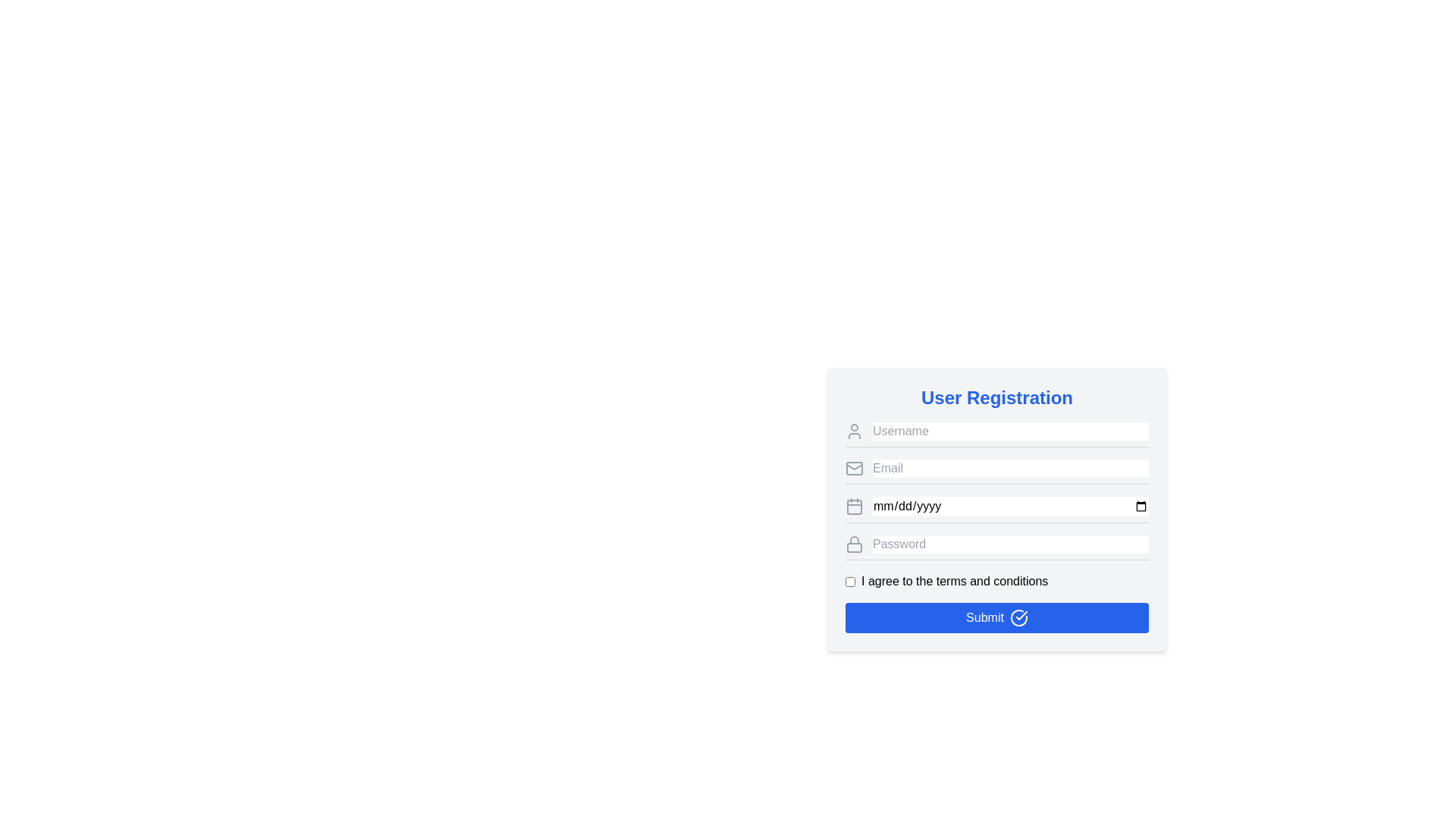  I want to click on the small light gray email icon, which resembles an envelope and is located to the left of the 'Email' text input field in the User Registration form, so click(855, 467).